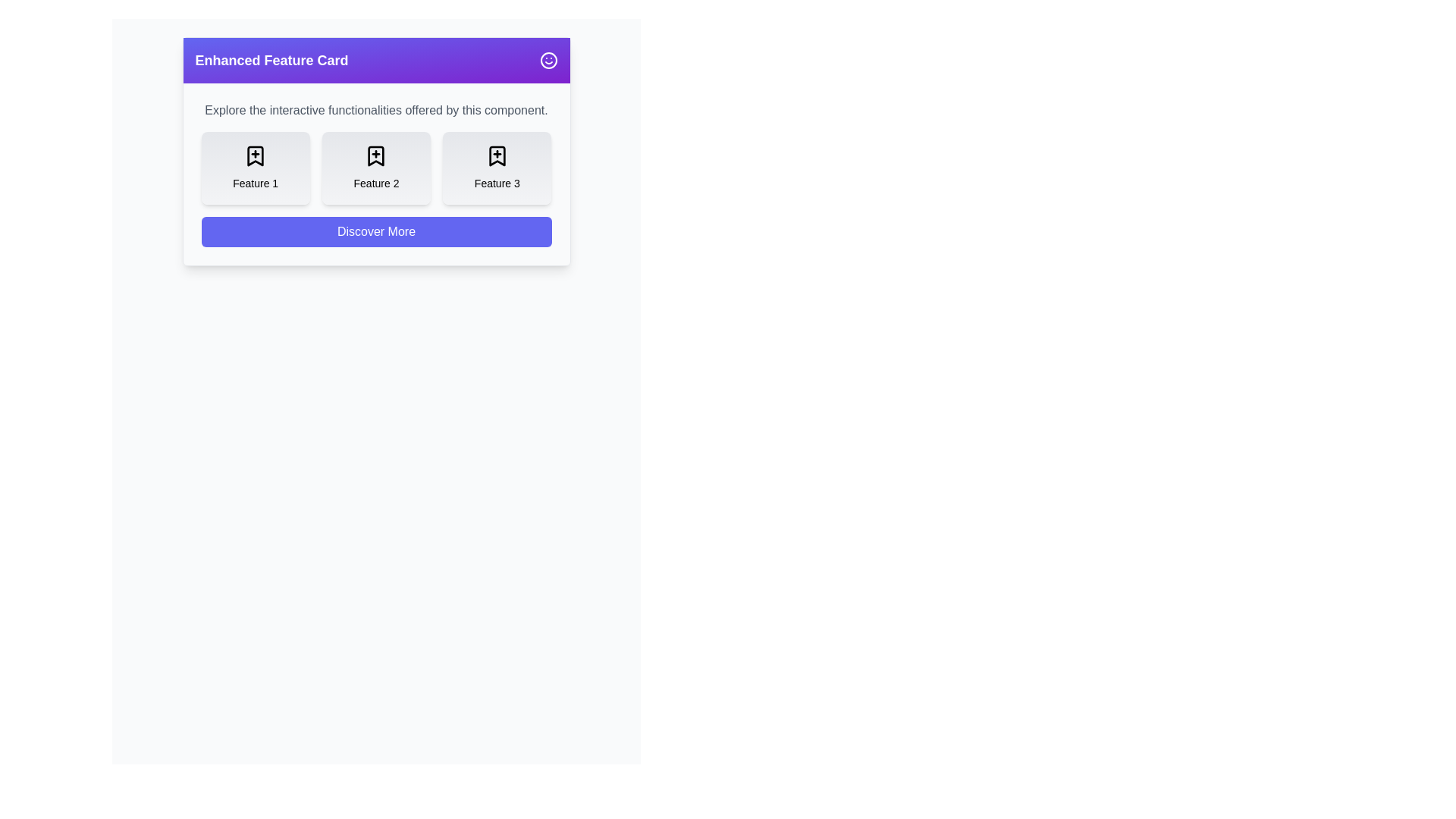 The height and width of the screenshot is (819, 1456). I want to click on the SVG icon containing the circular shape located in the top right corner of the purple header section, so click(548, 60).